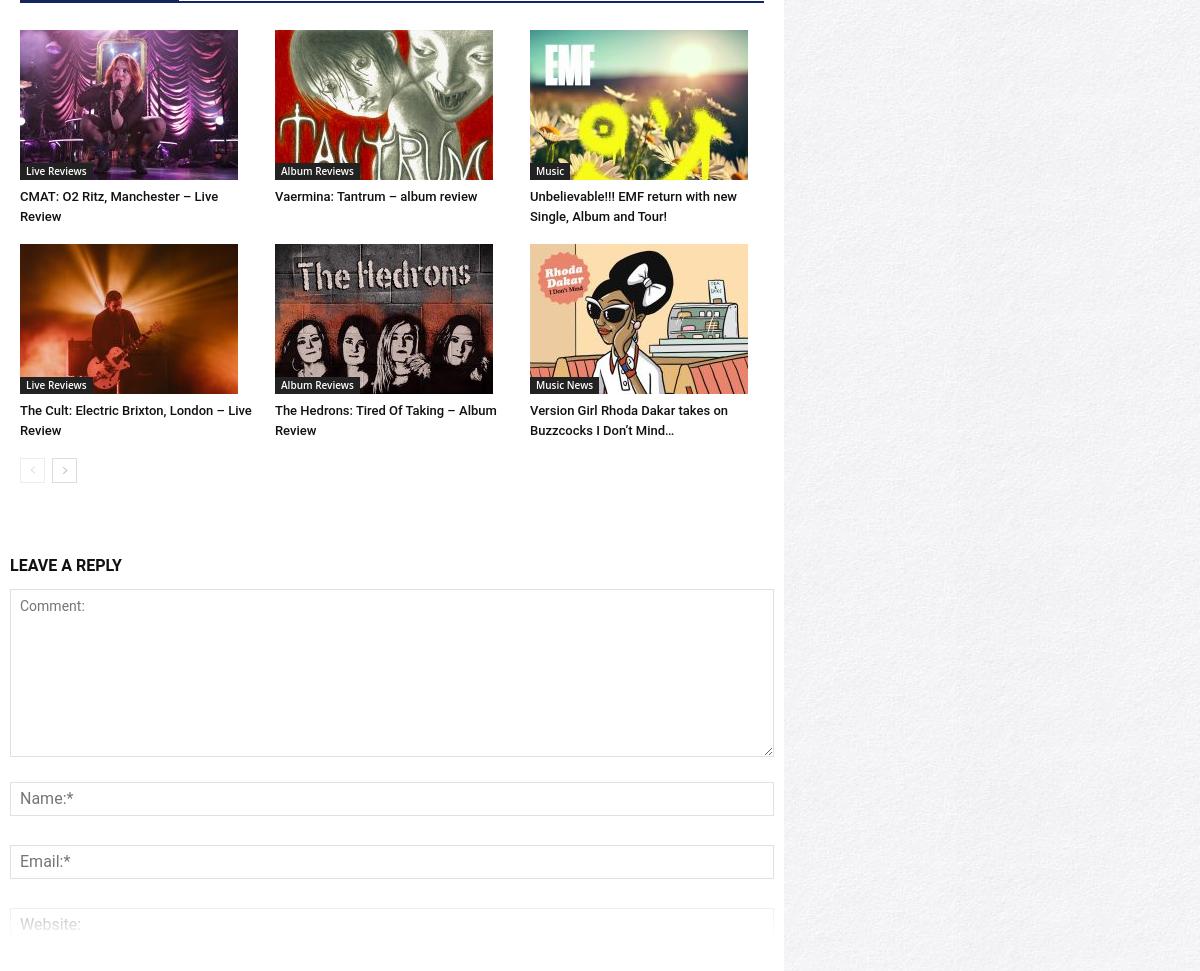 Image resolution: width=1200 pixels, height=971 pixels. Describe the element at coordinates (385, 488) in the screenshot. I see `'The Hedrons: Tired Of Taking – Album Review'` at that location.